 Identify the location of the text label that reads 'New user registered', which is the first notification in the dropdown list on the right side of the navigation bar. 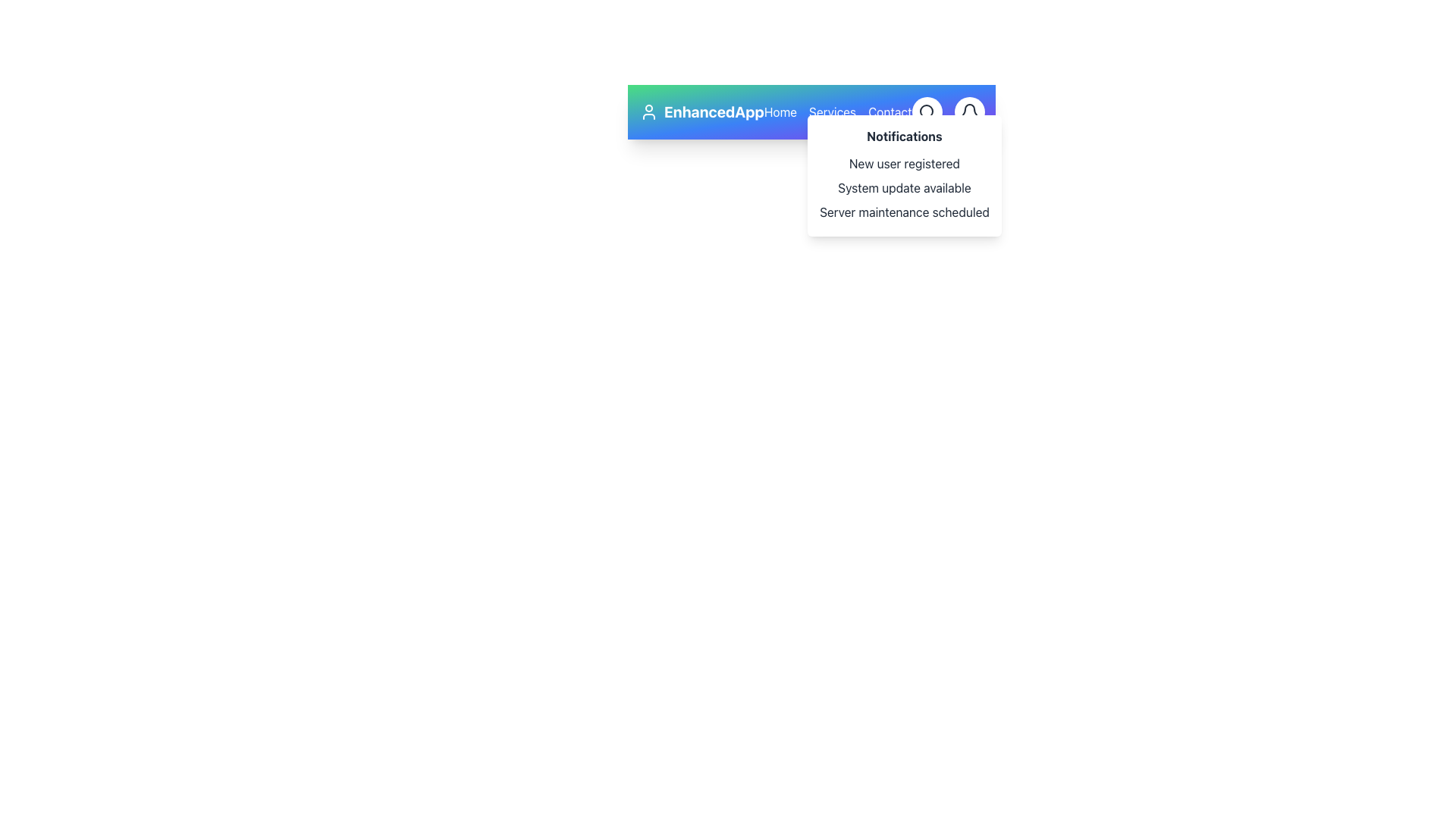
(905, 164).